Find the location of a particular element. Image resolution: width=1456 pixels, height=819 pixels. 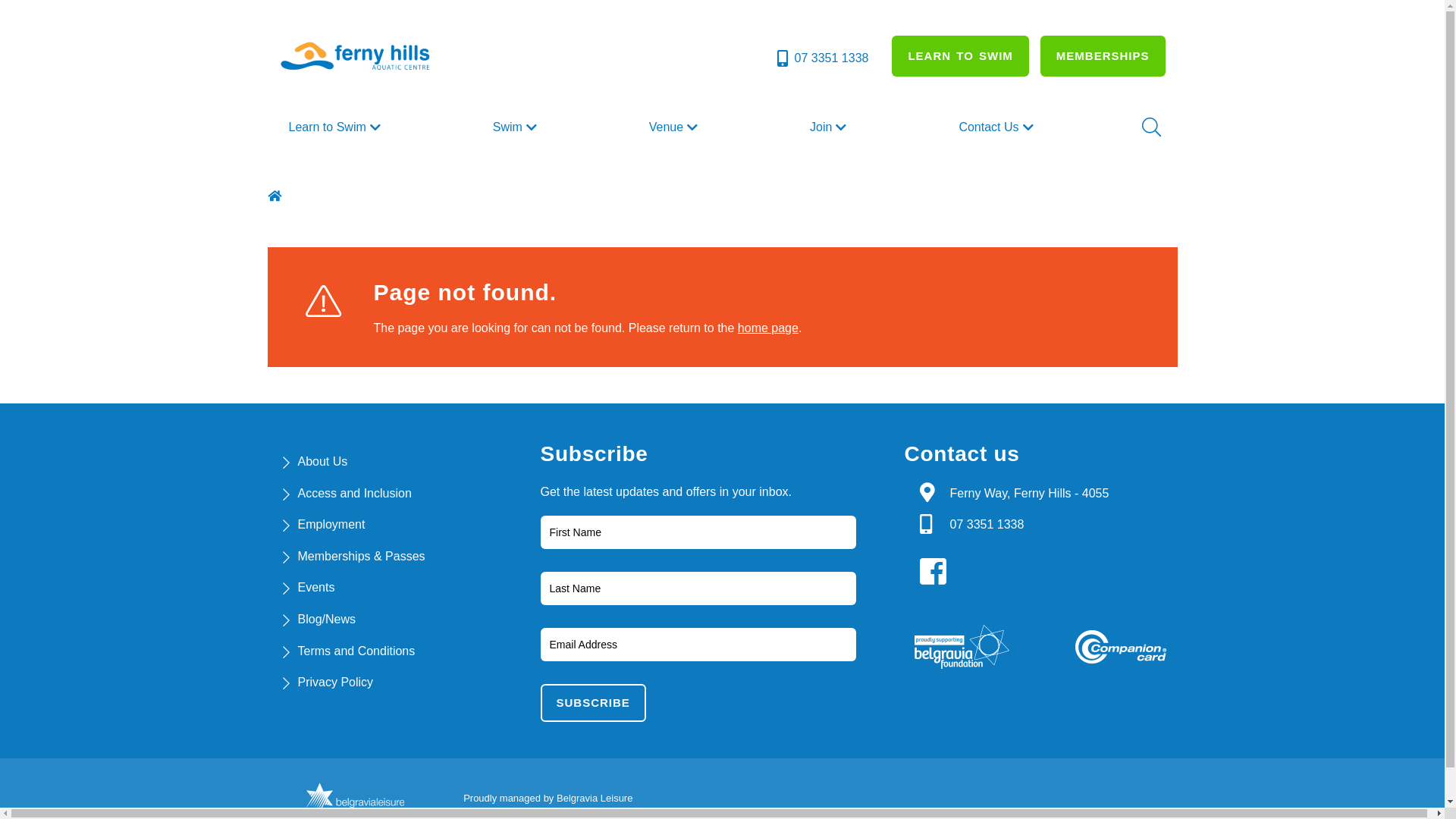

'home page' is located at coordinates (767, 327).